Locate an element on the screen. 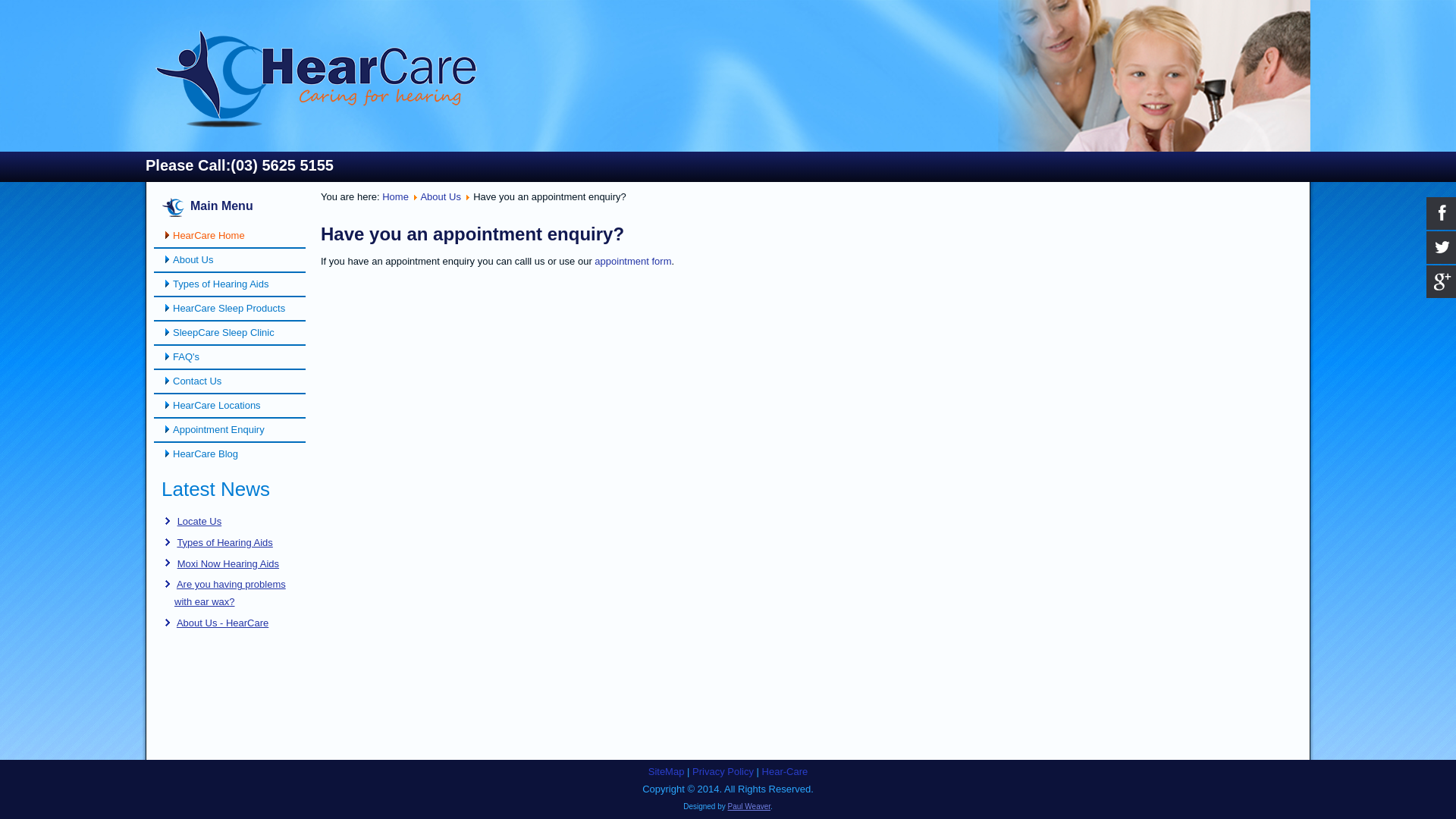 The width and height of the screenshot is (1456, 819). 'appointment form' is located at coordinates (632, 260).